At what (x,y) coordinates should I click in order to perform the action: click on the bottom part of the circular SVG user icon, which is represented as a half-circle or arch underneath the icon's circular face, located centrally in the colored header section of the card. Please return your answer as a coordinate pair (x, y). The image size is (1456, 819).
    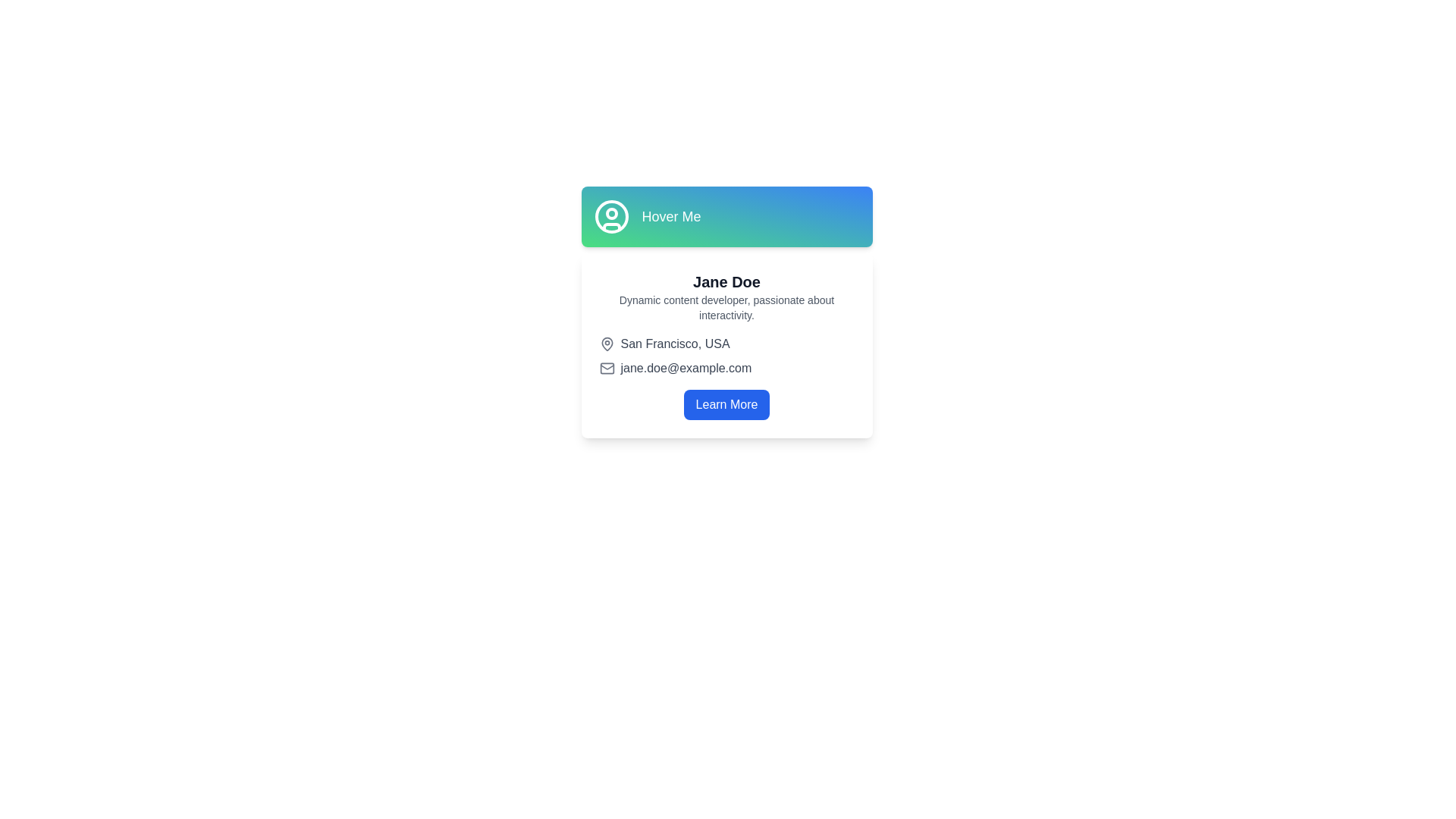
    Looking at the image, I should click on (611, 227).